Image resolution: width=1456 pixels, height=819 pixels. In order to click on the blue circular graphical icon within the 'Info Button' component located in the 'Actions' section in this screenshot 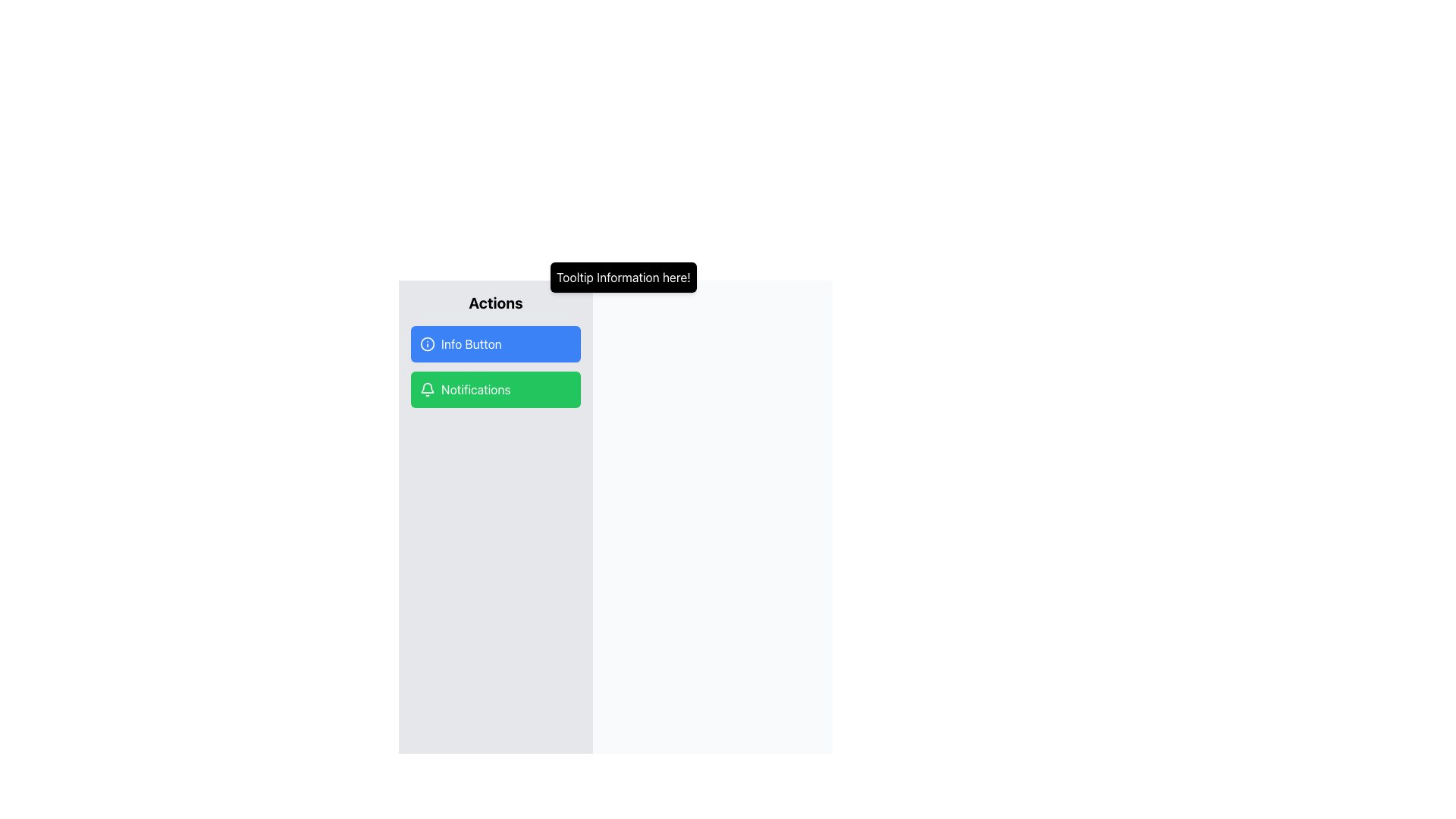, I will do `click(427, 344)`.